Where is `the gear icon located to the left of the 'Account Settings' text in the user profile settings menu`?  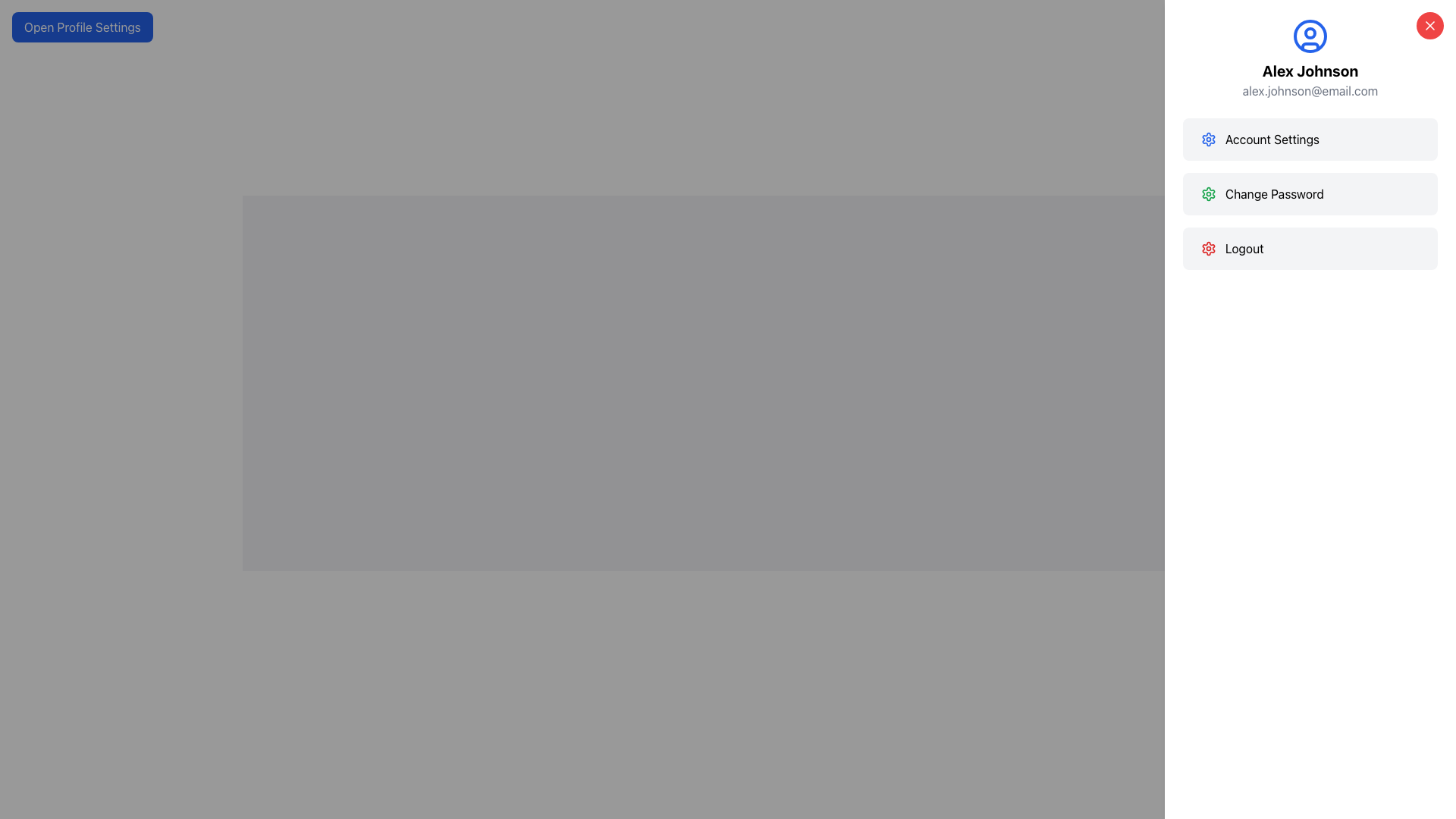
the gear icon located to the left of the 'Account Settings' text in the user profile settings menu is located at coordinates (1207, 140).